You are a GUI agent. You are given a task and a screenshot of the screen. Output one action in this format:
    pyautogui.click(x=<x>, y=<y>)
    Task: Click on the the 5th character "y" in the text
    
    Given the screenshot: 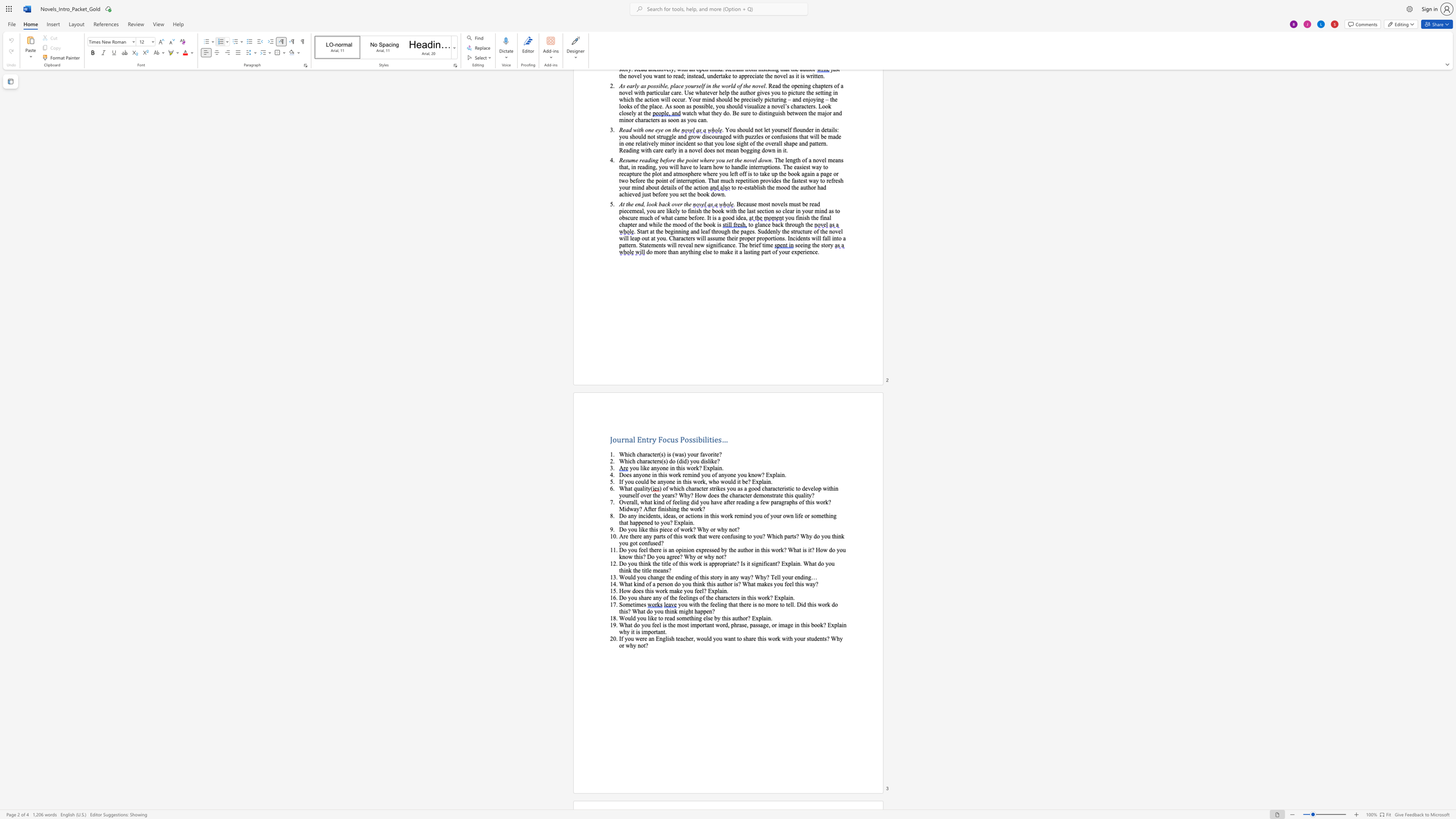 What is the action you would take?
    pyautogui.click(x=764, y=577)
    